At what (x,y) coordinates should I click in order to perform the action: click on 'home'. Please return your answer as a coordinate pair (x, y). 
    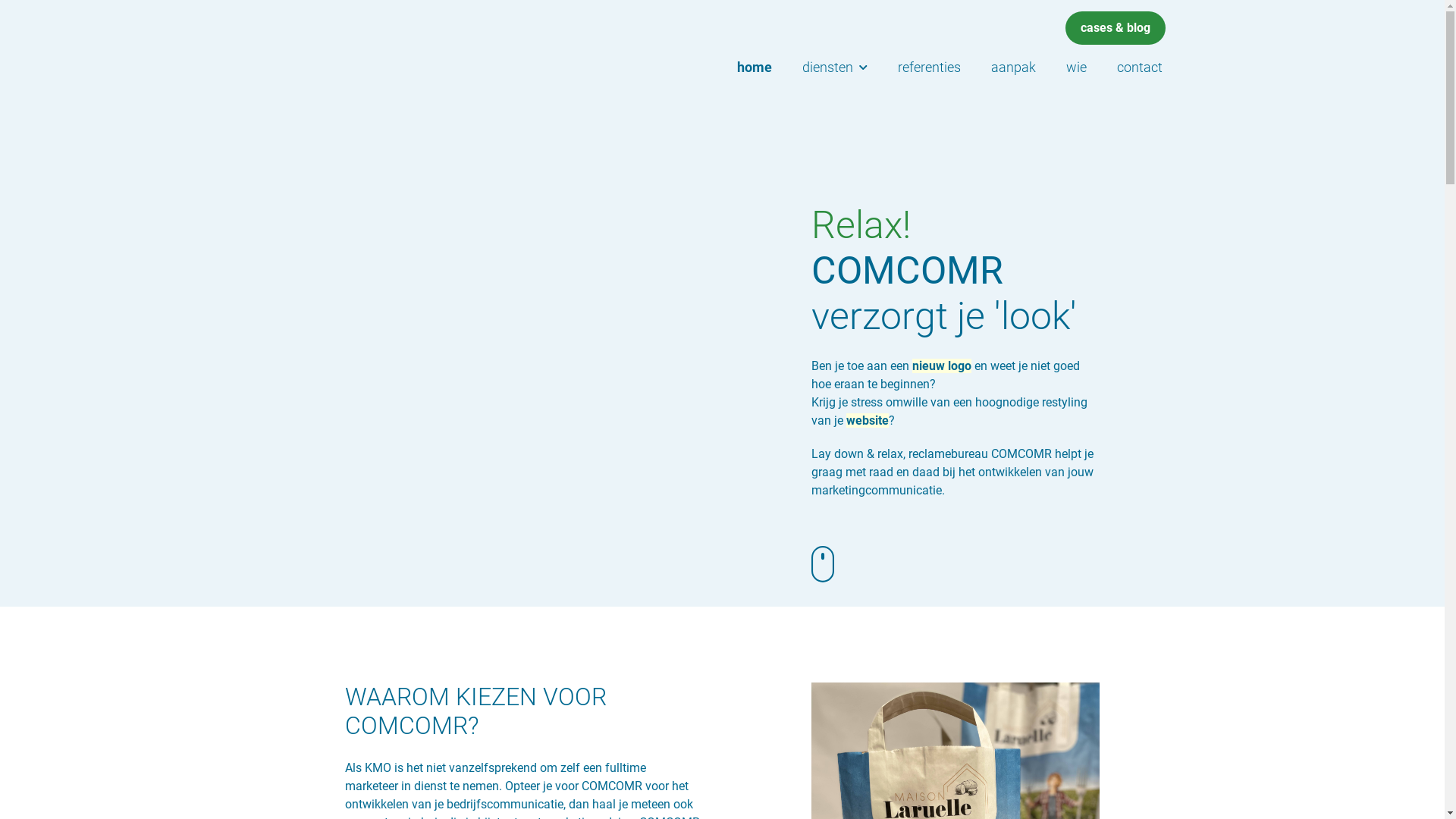
    Looking at the image, I should click on (754, 66).